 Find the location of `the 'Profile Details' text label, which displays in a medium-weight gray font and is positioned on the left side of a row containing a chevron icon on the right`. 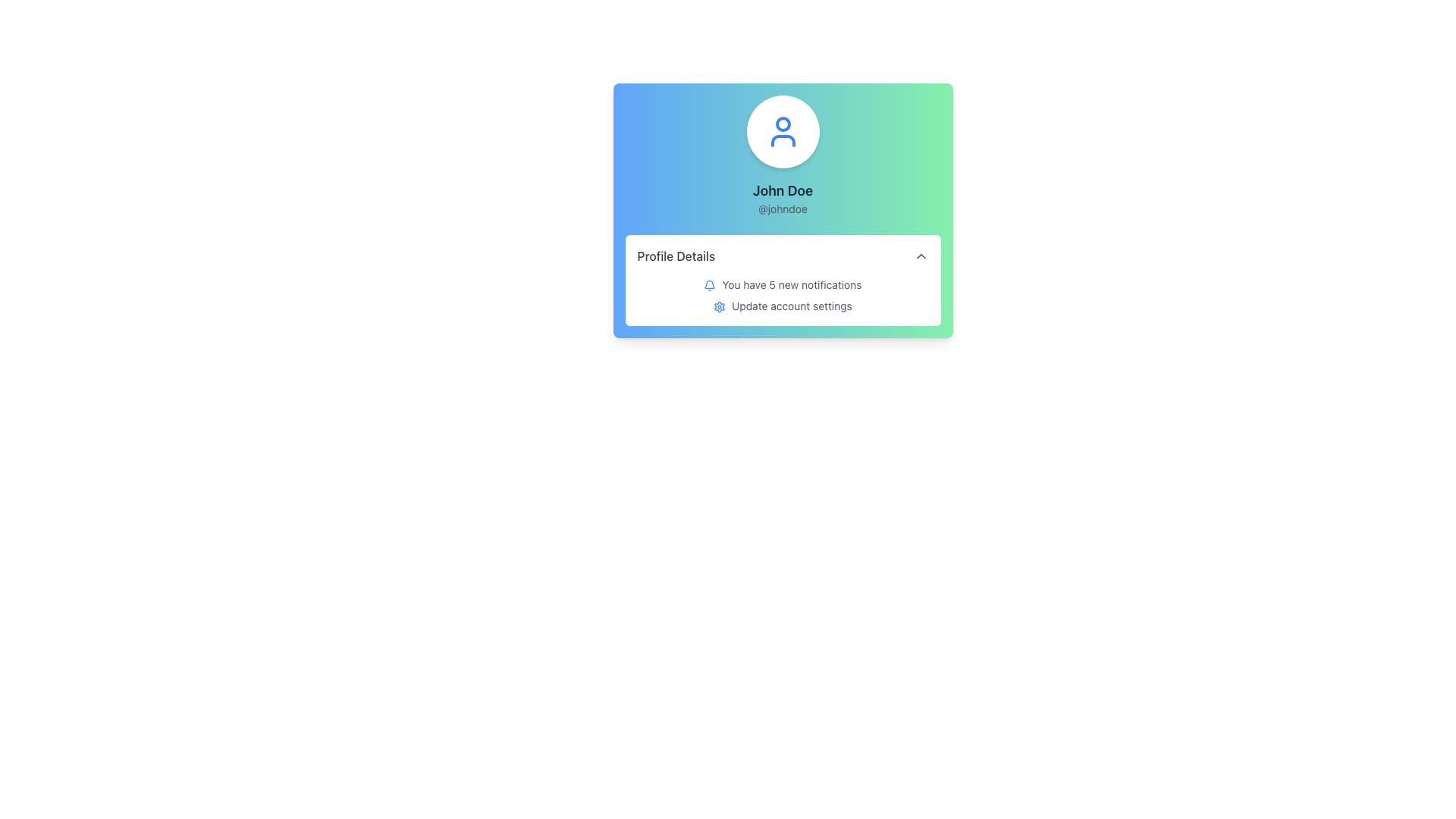

the 'Profile Details' text label, which displays in a medium-weight gray font and is positioned on the left side of a row containing a chevron icon on the right is located at coordinates (675, 256).